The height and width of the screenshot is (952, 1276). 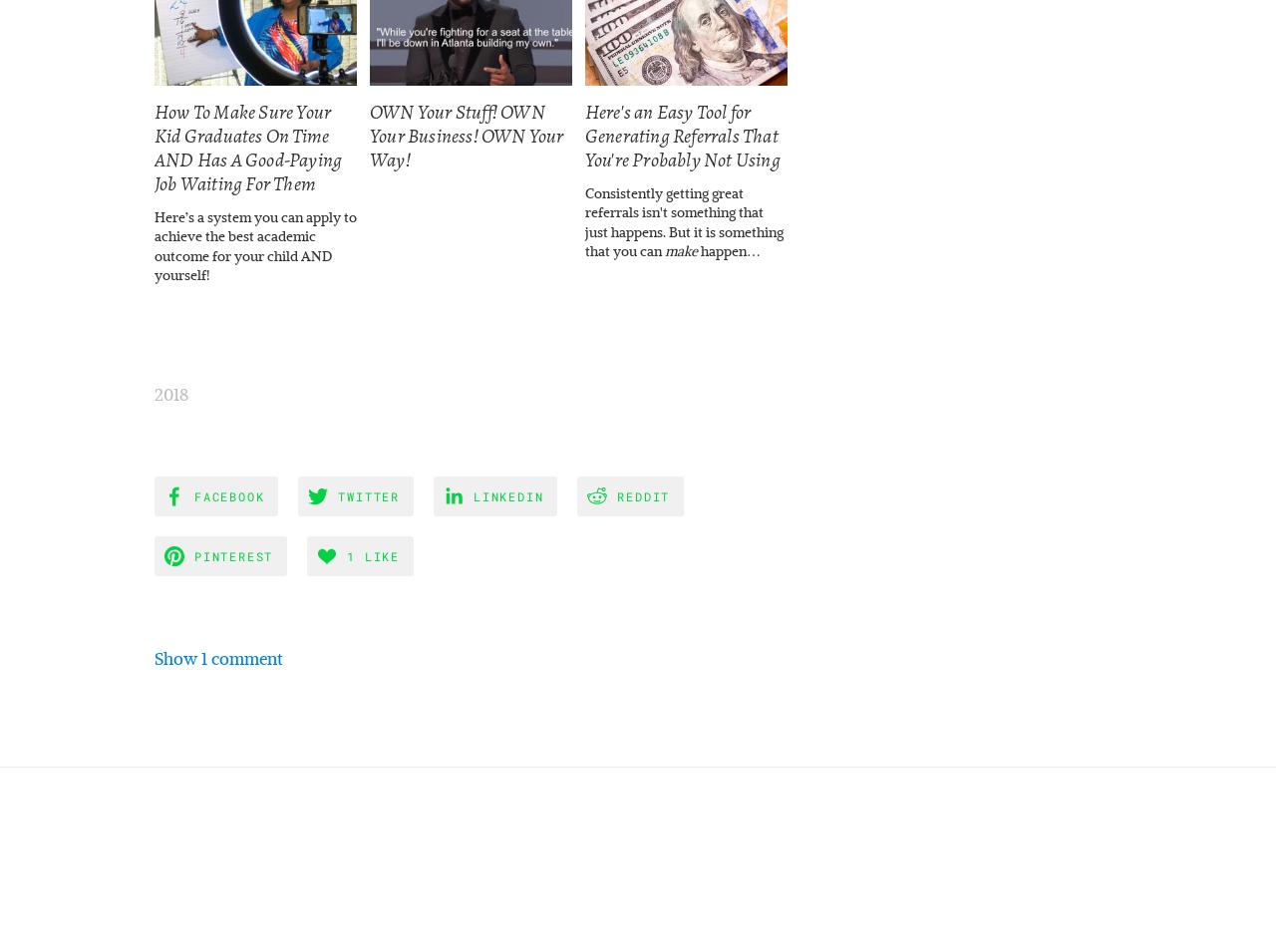 What do you see at coordinates (682, 136) in the screenshot?
I see `'Here's an Easy Tool for Generating Referrals That You're Probably Not Using'` at bounding box center [682, 136].